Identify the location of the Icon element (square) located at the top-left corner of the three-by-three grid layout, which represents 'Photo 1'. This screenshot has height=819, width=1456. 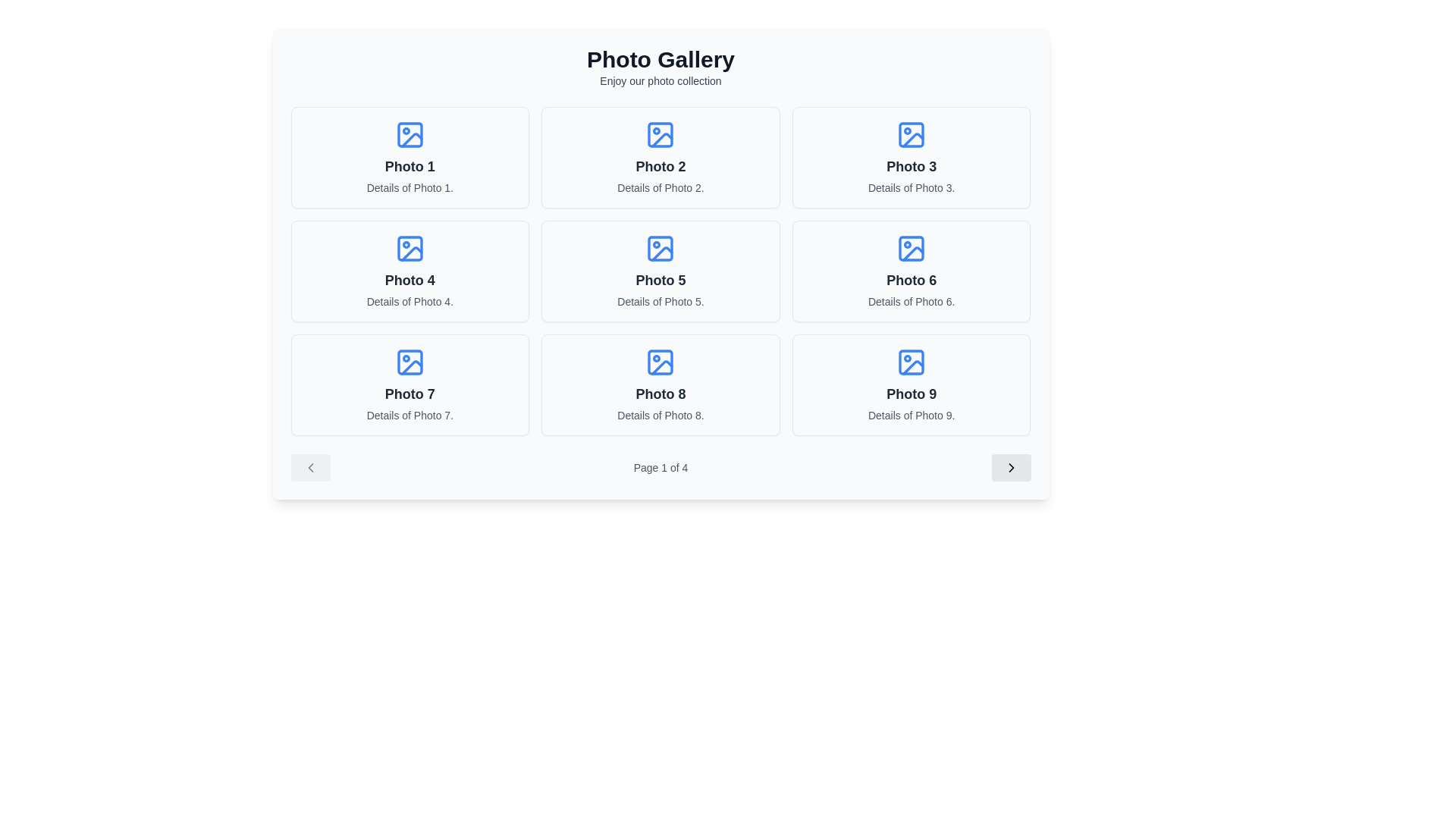
(409, 133).